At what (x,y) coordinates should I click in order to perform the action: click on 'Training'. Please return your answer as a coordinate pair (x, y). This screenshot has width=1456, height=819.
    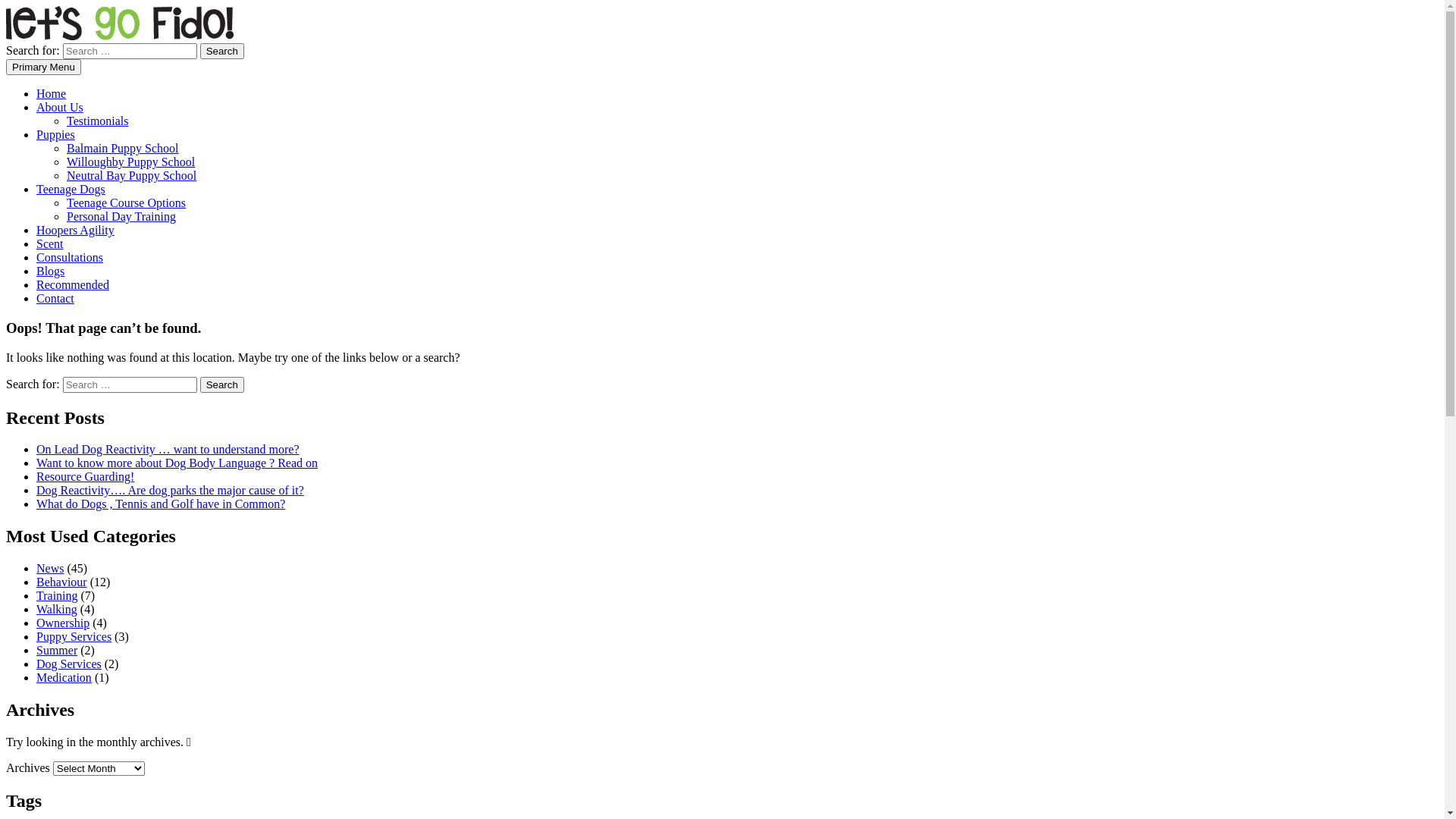
    Looking at the image, I should click on (57, 595).